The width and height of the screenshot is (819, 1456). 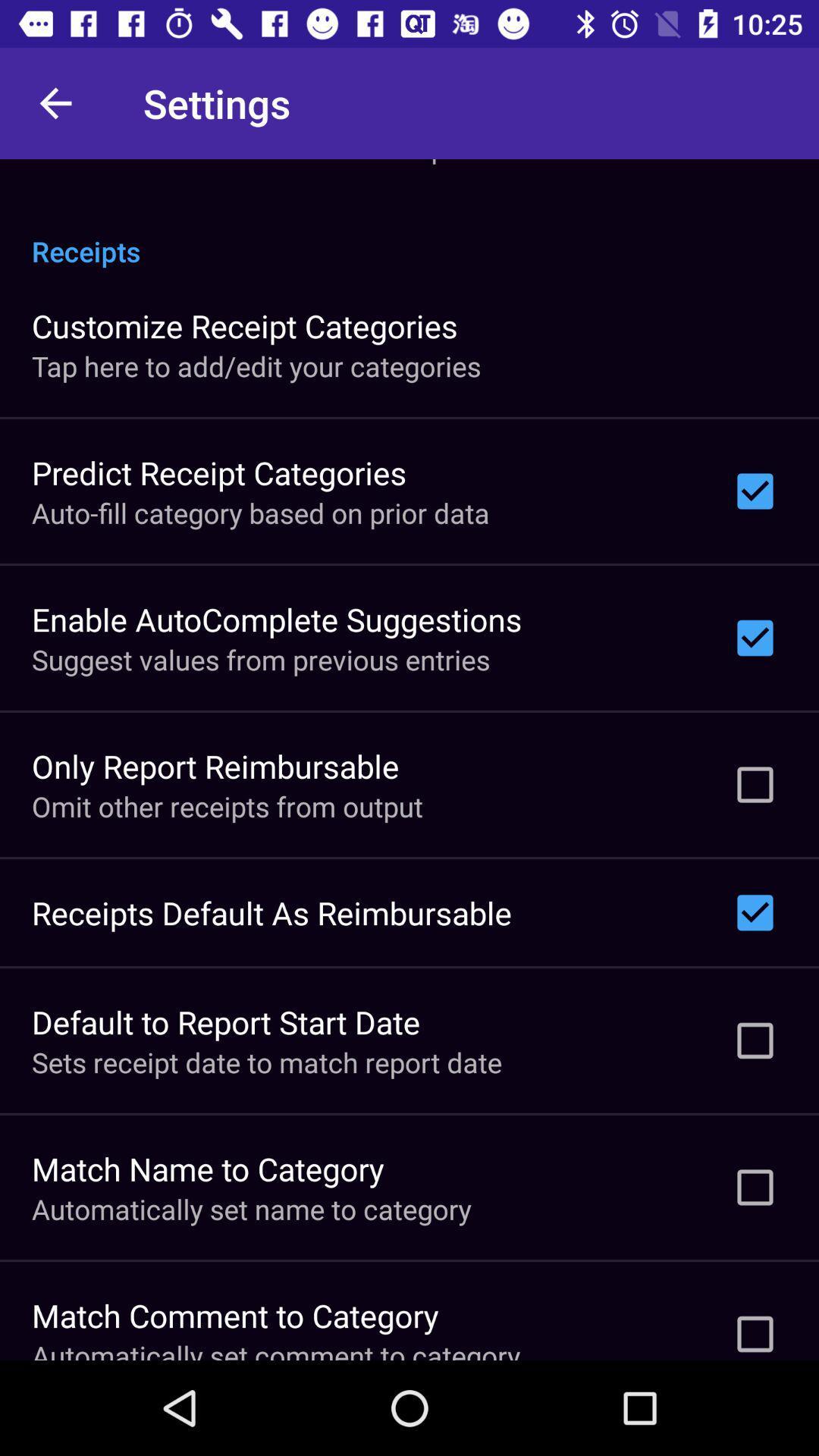 I want to click on item above only report reimbursable item, so click(x=260, y=659).